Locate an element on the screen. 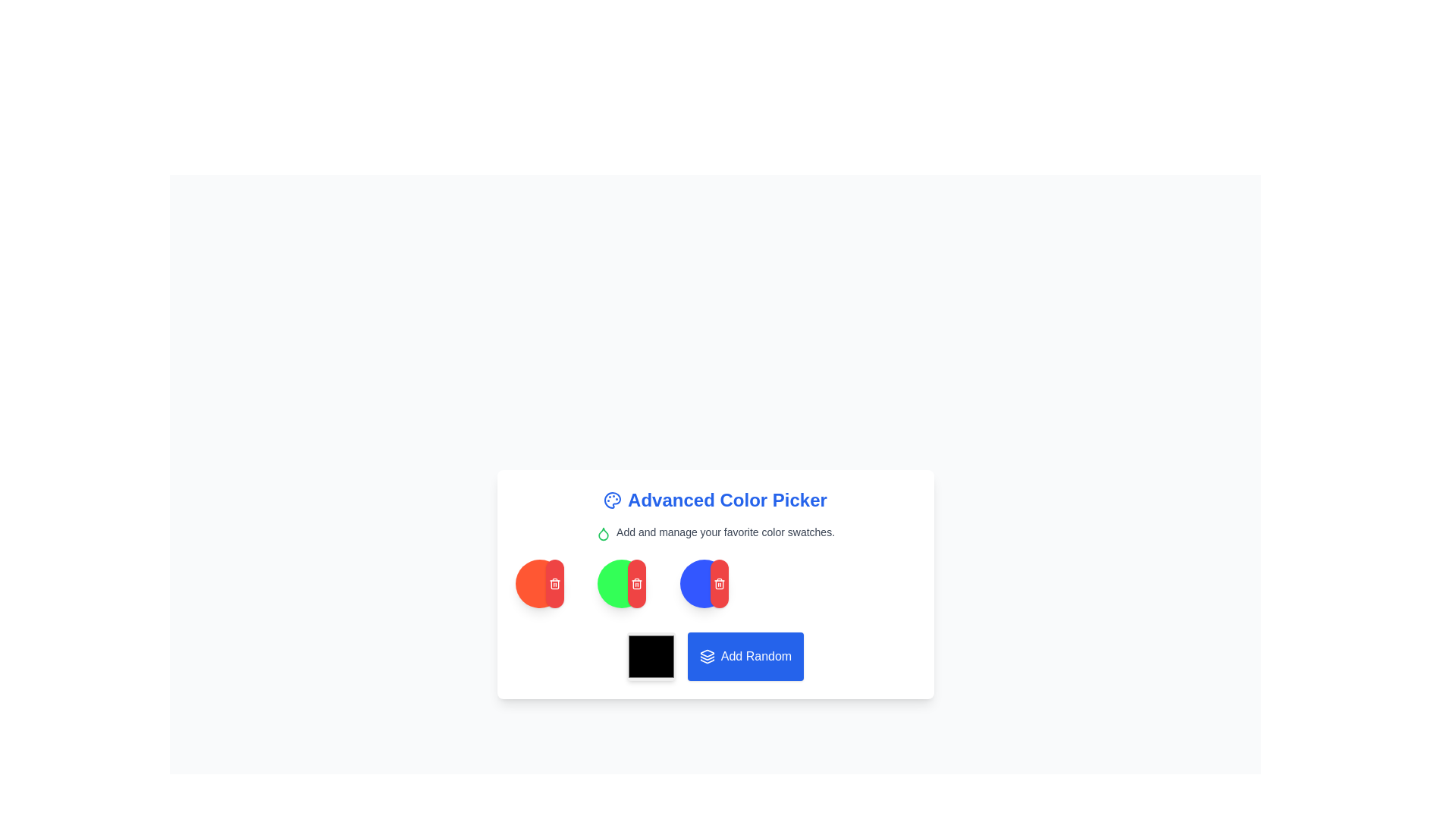 The width and height of the screenshot is (1456, 819). the droplet icon that visually represents a liquid concept, located at the center of the header section of the interface is located at coordinates (603, 533).